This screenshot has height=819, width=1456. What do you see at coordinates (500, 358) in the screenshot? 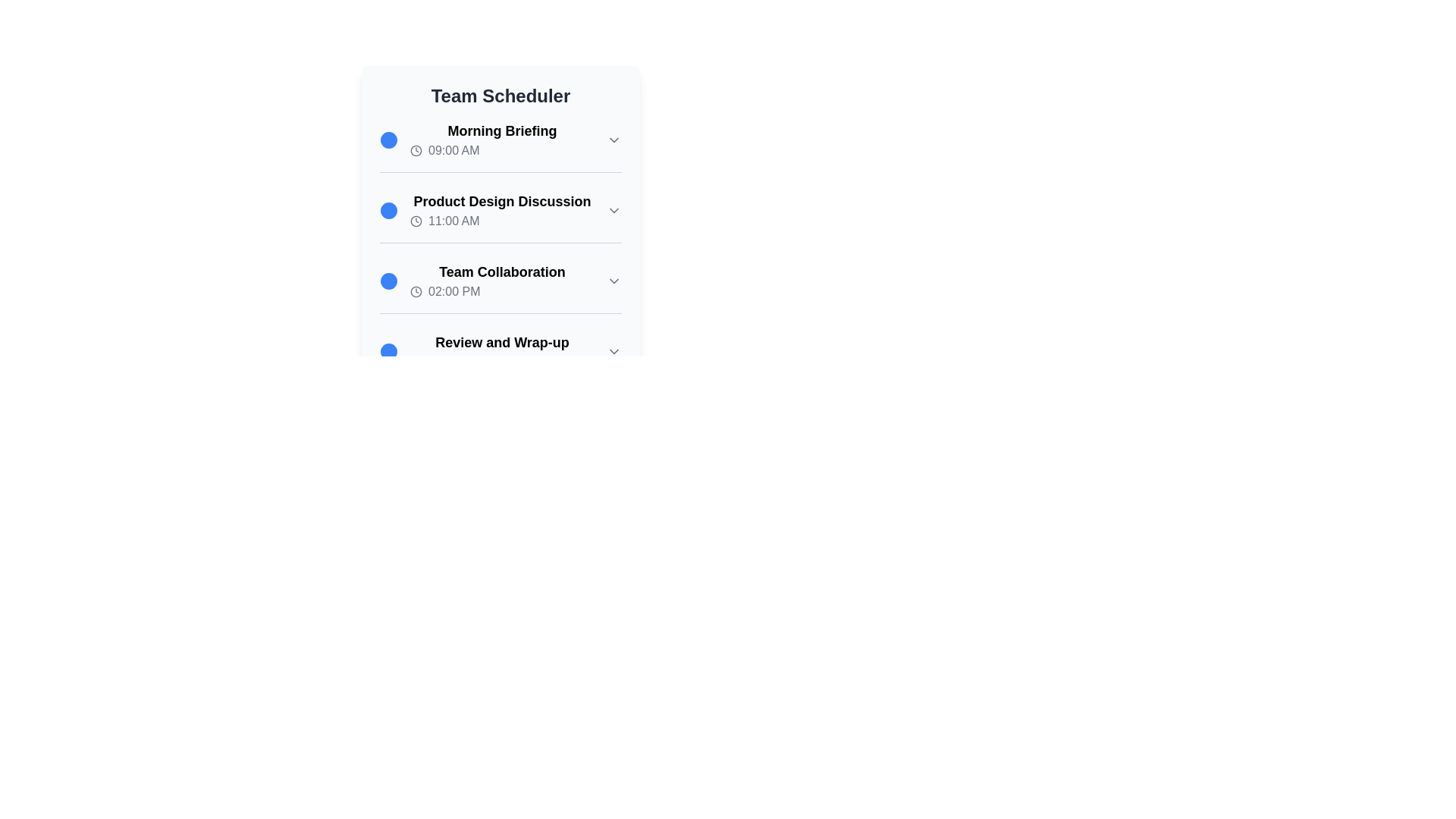
I see `event name and time from the Schedule Item displaying 'Review and Wrap-up 04:30 PM' located in the Team Scheduler list` at bounding box center [500, 358].